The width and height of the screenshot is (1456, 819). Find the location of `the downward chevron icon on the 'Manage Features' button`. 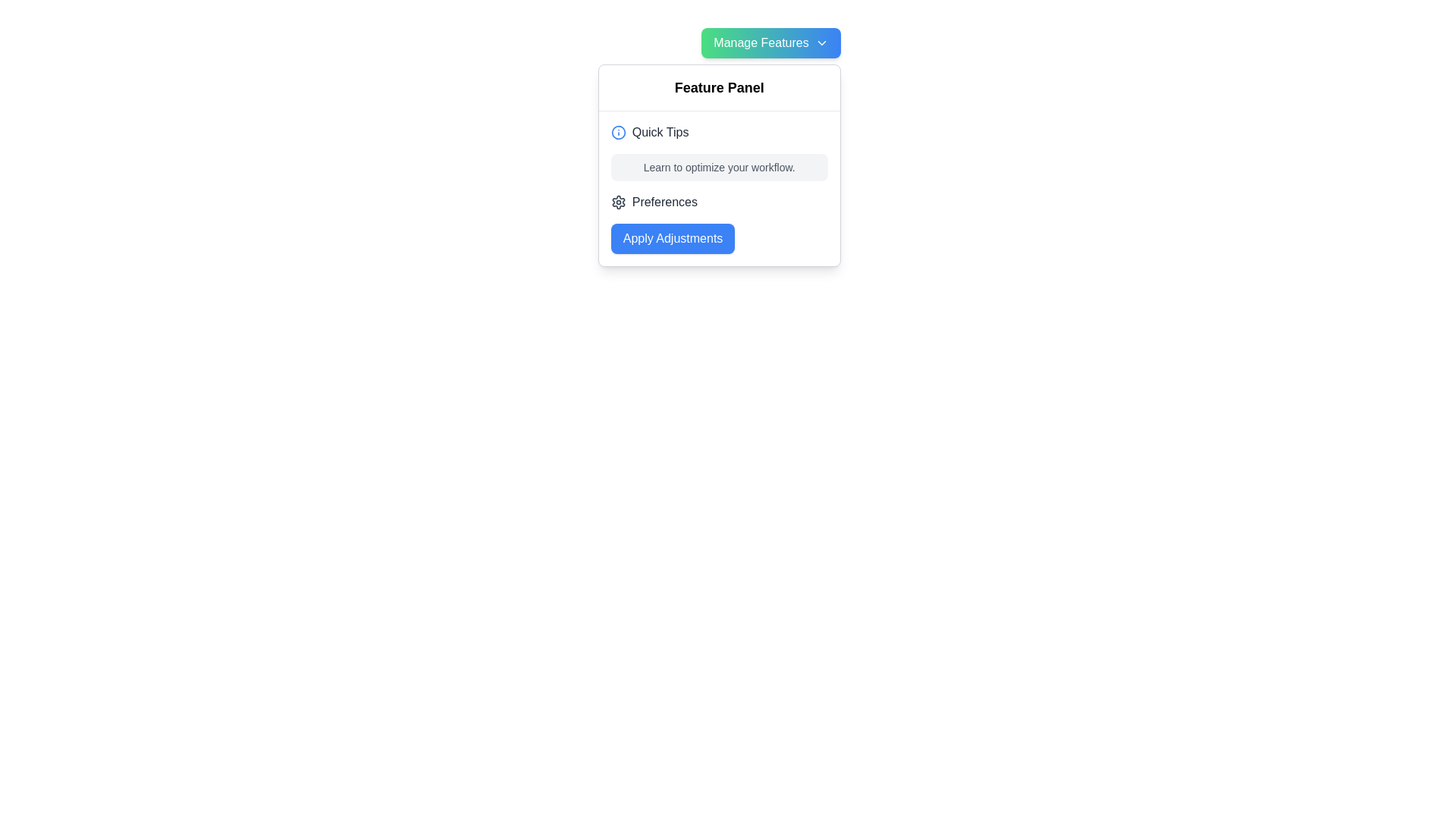

the downward chevron icon on the 'Manage Features' button is located at coordinates (821, 42).